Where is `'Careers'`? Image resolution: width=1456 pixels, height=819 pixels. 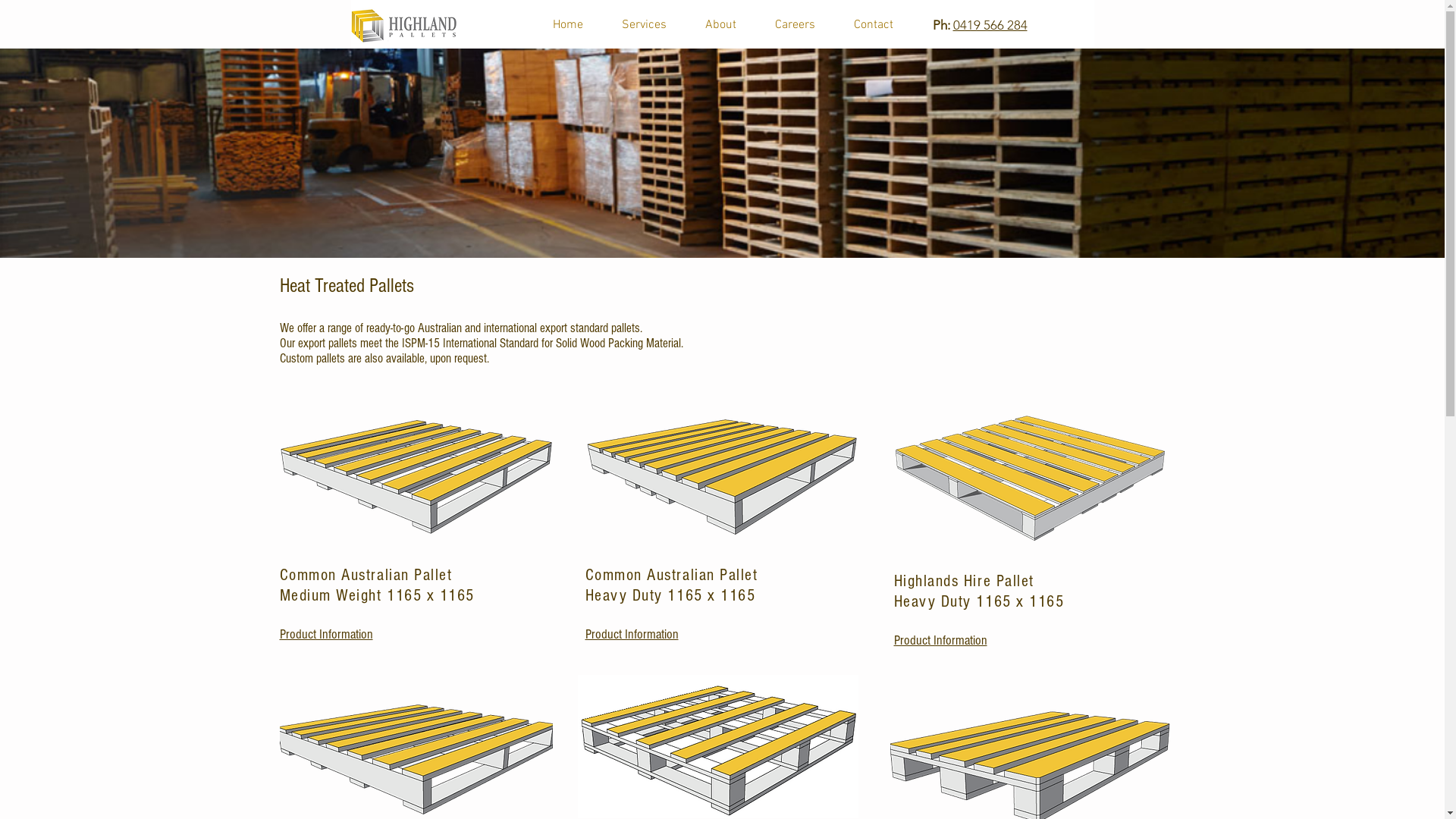
'Careers' is located at coordinates (793, 25).